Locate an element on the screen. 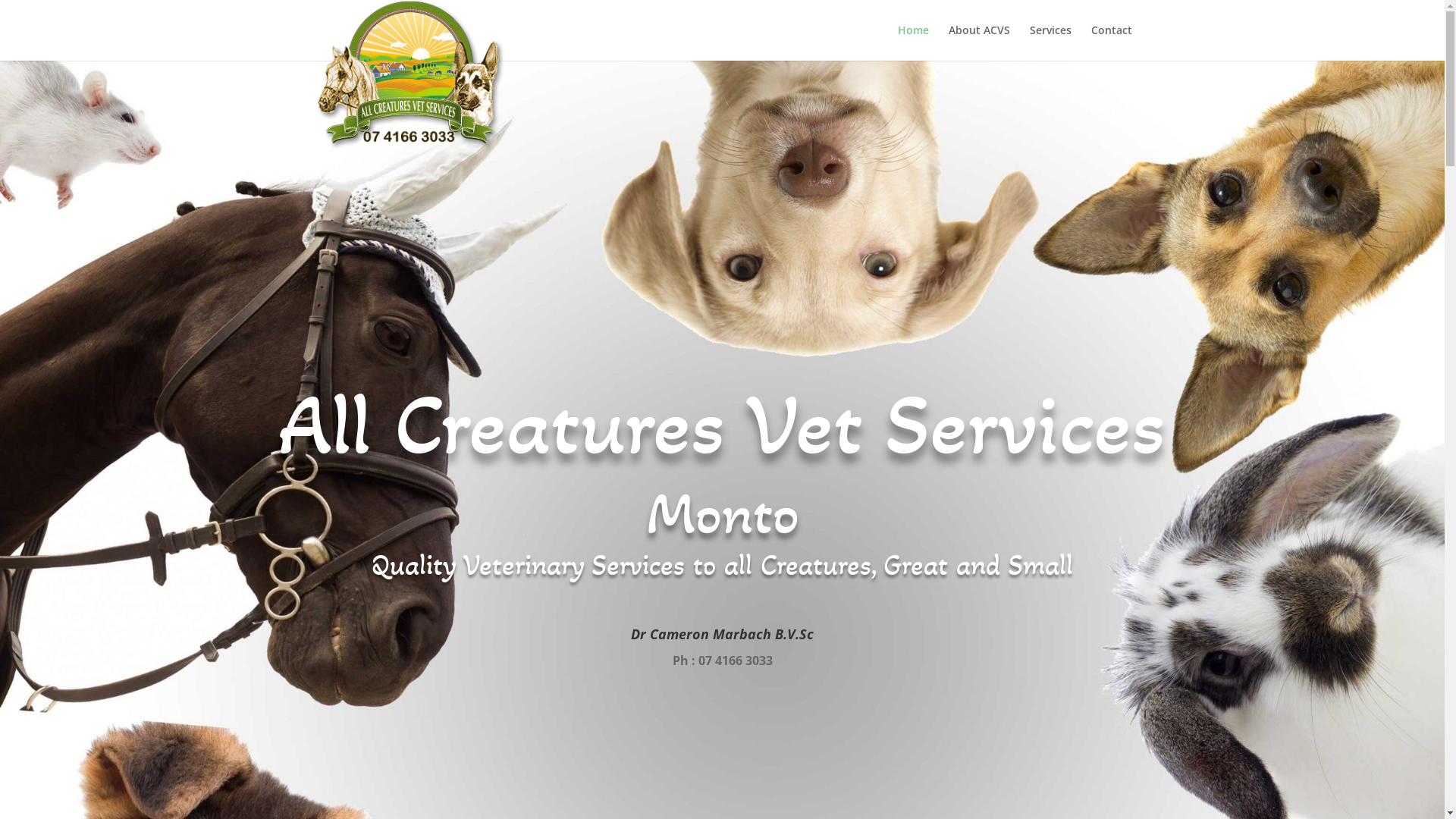 This screenshot has width=1456, height=819. 'Home' is located at coordinates (912, 42).